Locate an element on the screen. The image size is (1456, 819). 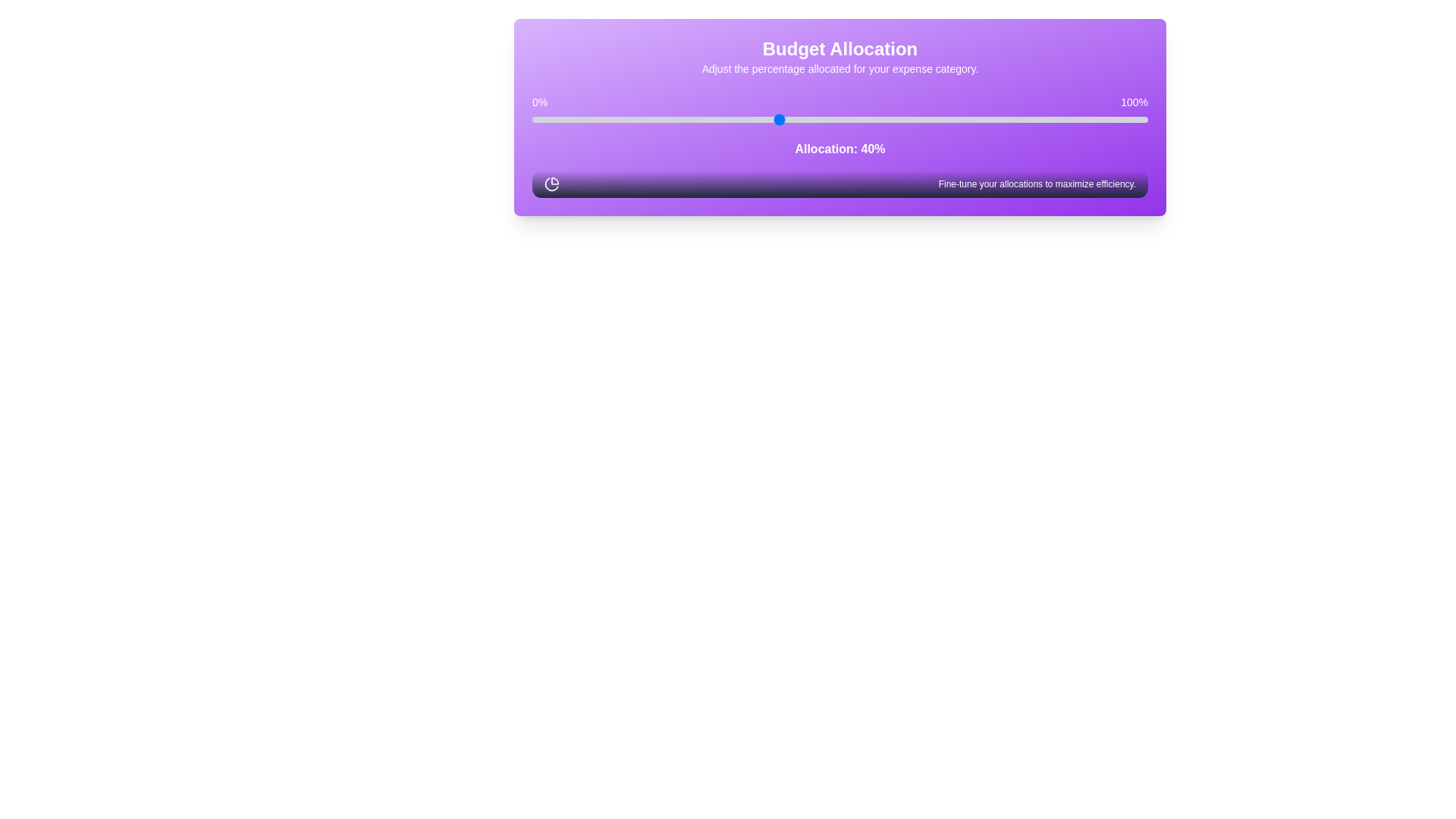
the allocation percentage is located at coordinates (735, 119).